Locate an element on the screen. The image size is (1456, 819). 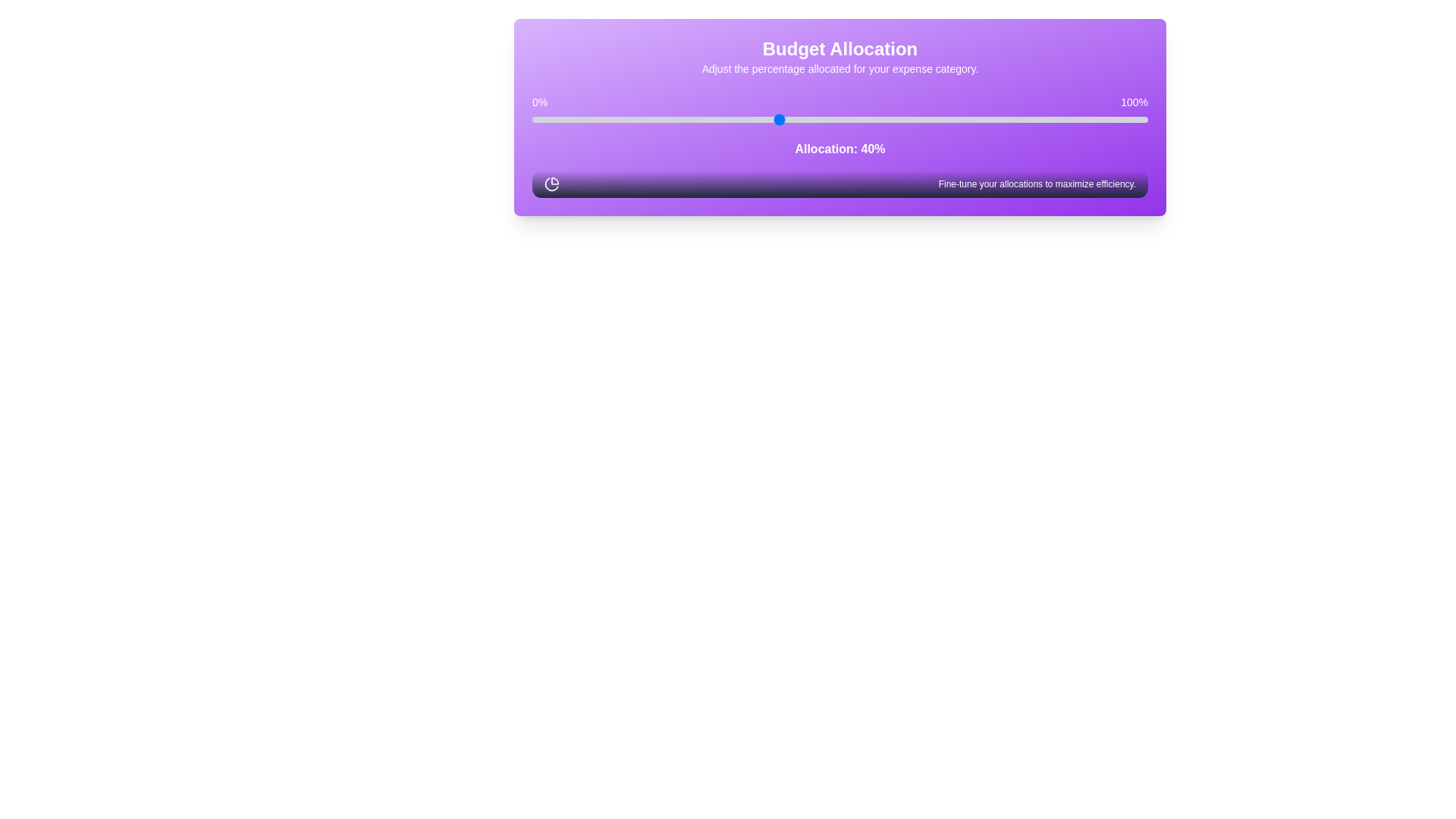
the allocation percentage is located at coordinates (735, 119).